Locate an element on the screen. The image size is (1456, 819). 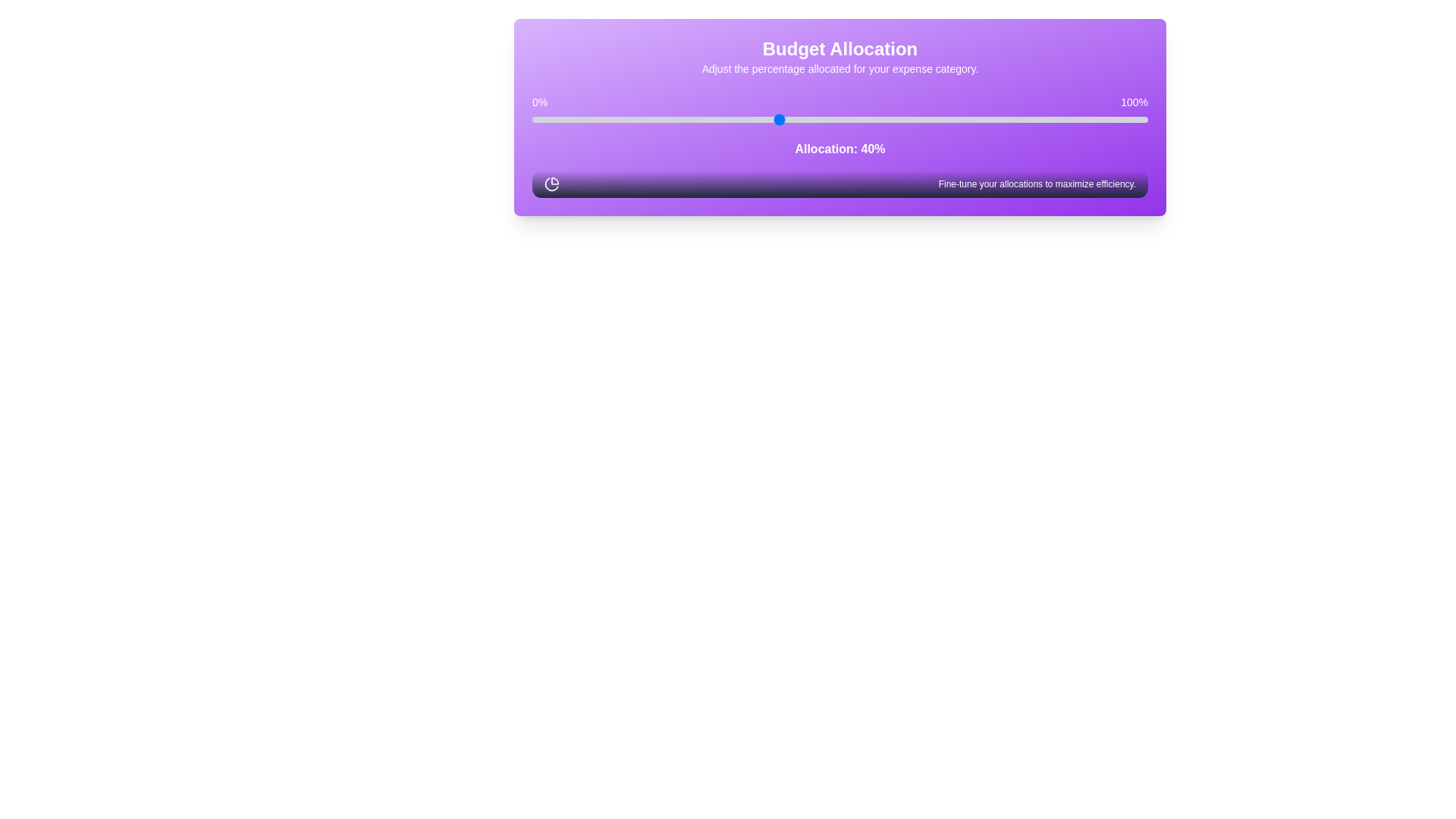
the allocation percentage is located at coordinates (735, 119).